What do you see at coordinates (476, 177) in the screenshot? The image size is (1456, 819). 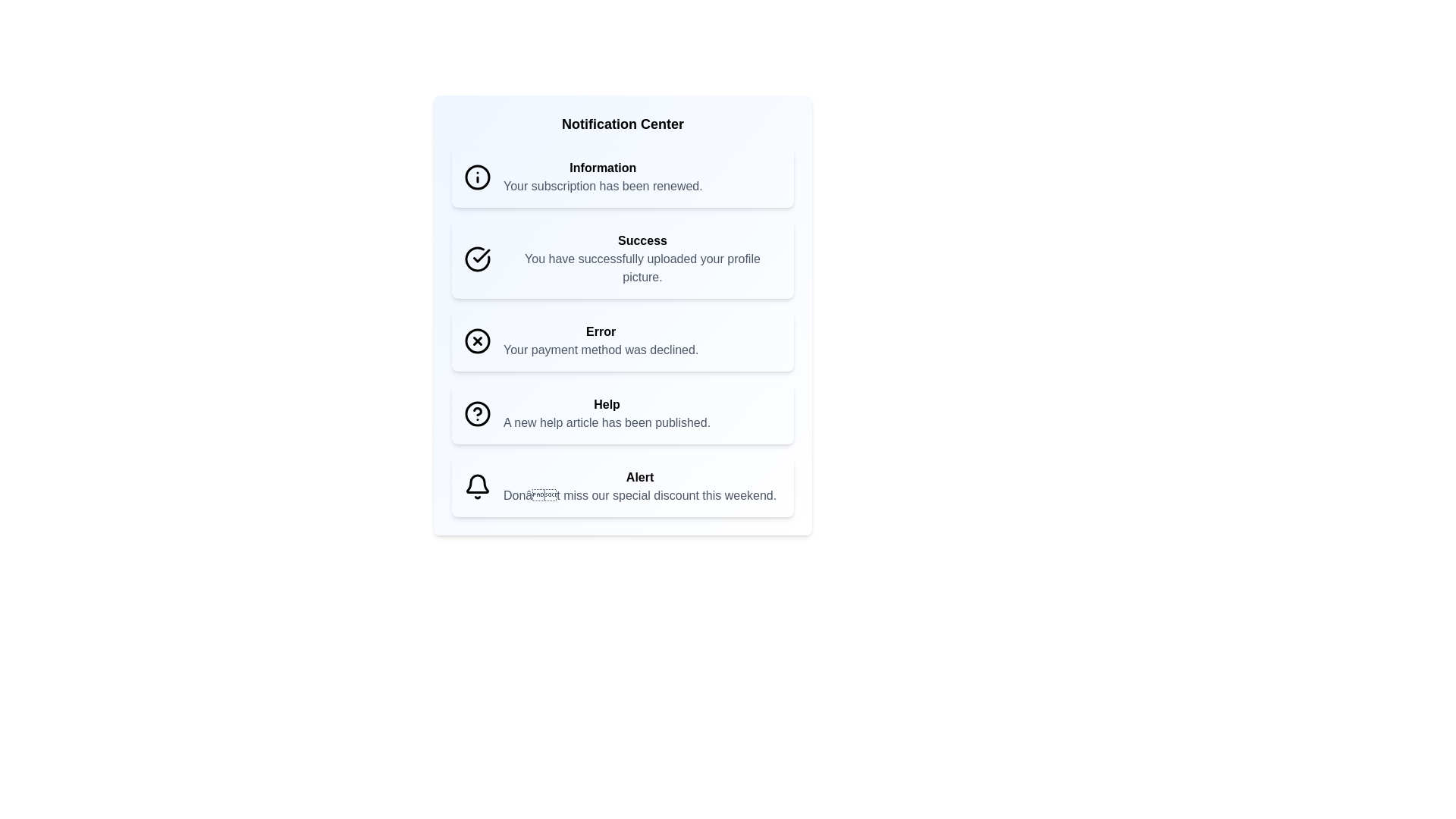 I see `the notification icon for Information` at bounding box center [476, 177].